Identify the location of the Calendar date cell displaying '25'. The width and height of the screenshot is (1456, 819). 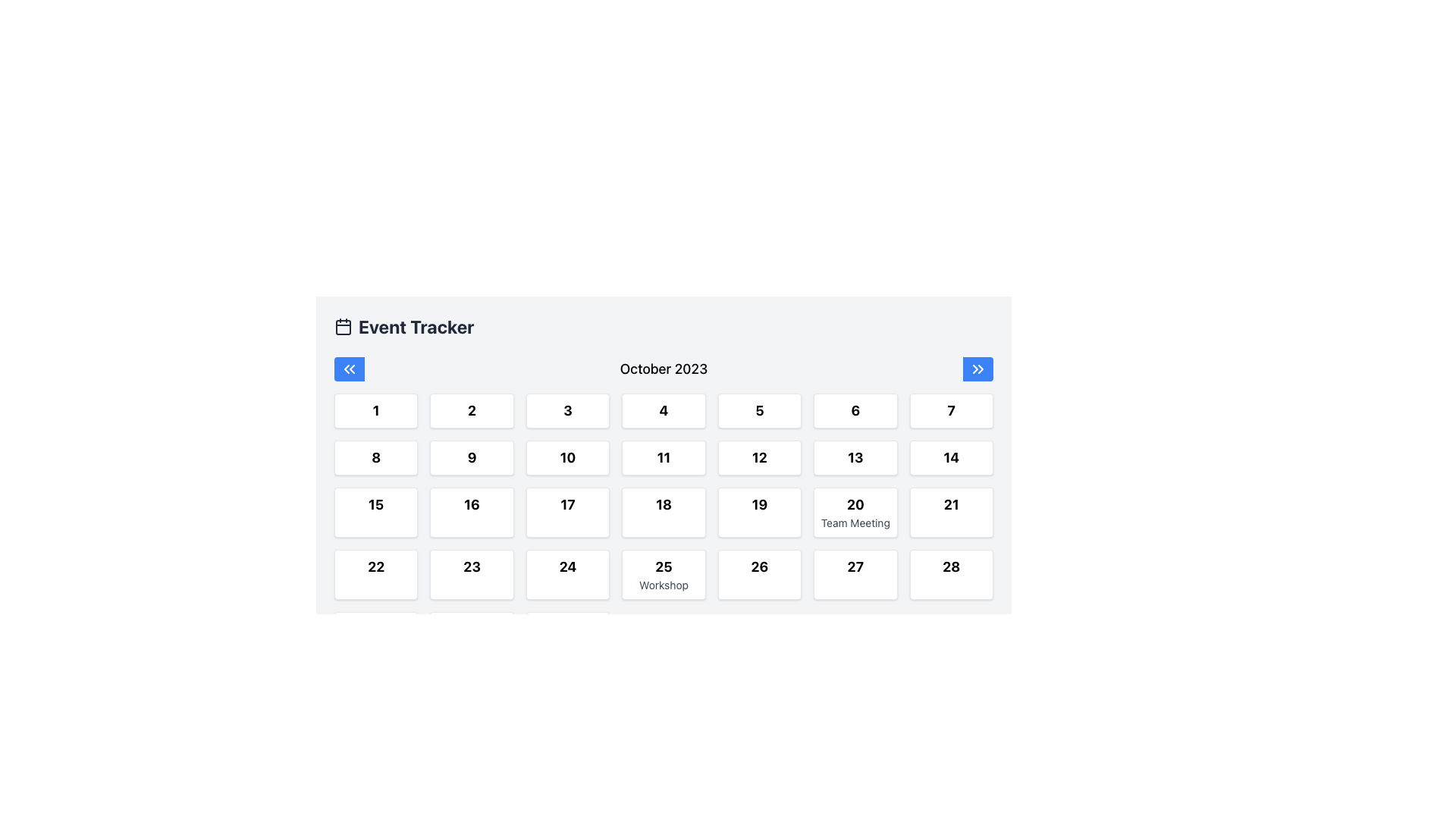
(664, 575).